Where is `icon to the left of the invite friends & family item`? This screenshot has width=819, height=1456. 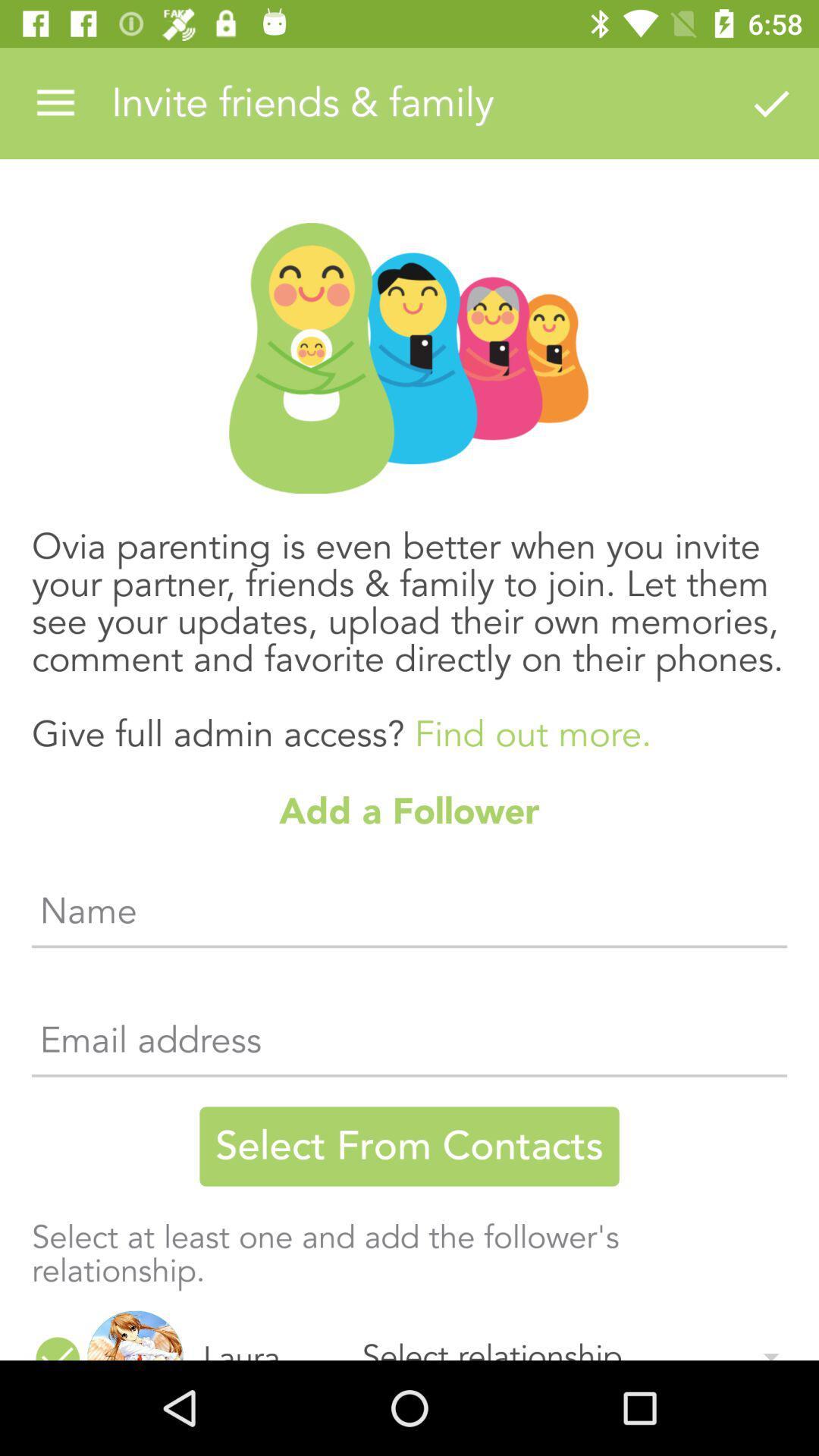
icon to the left of the invite friends & family item is located at coordinates (55, 102).